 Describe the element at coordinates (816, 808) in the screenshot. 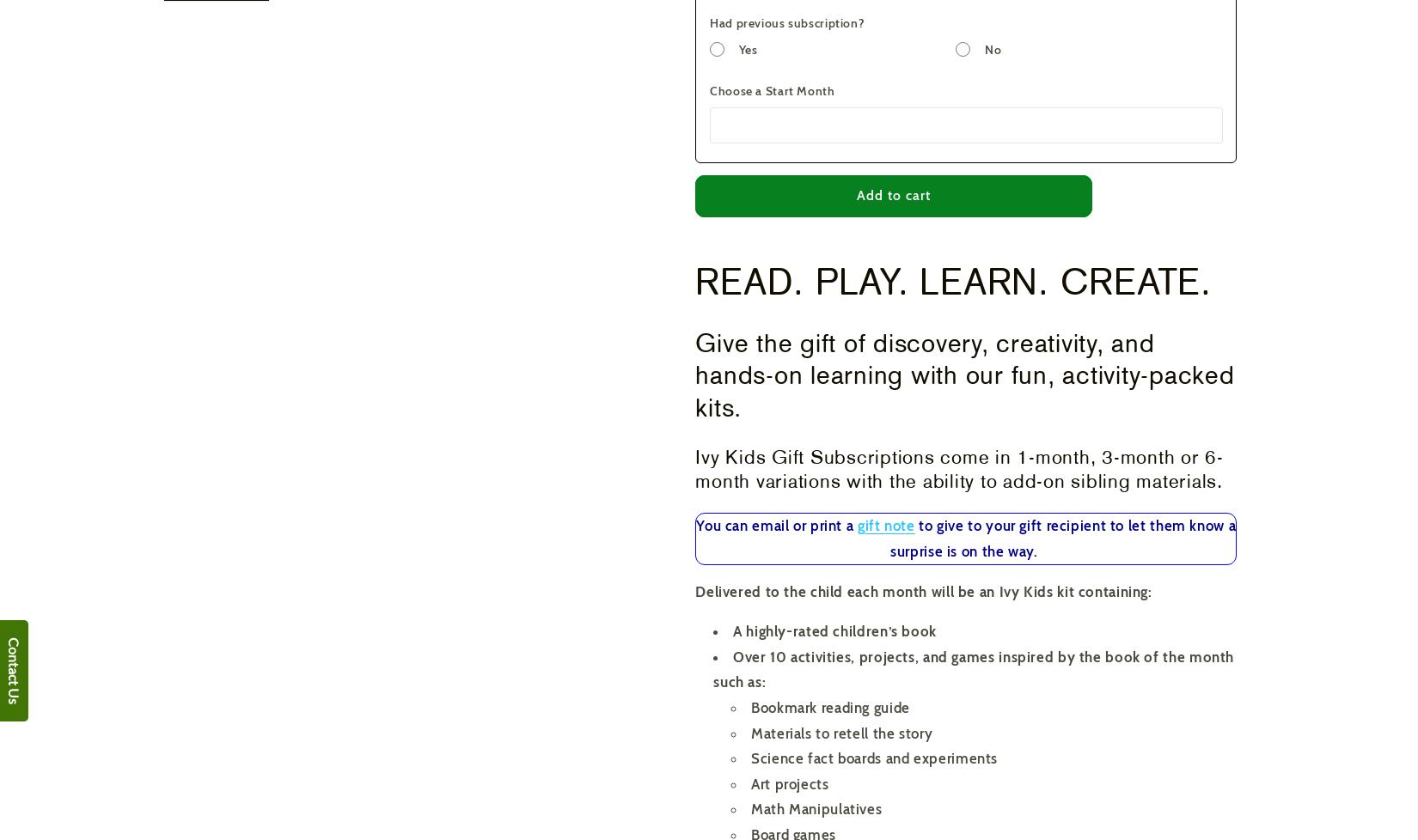

I see `'Math Manipulatives'` at that location.